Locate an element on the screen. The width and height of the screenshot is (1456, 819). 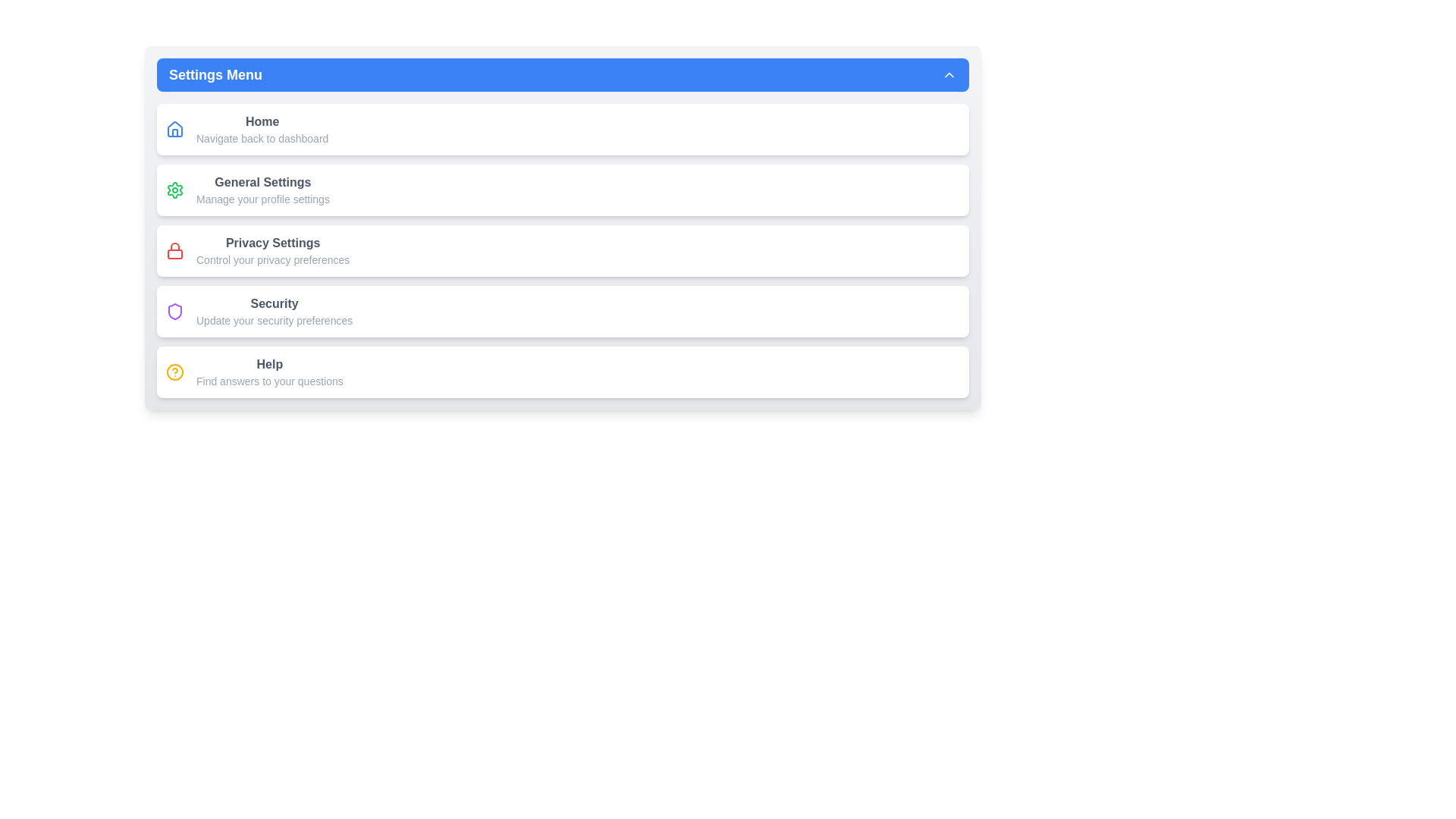
the yellow circular icon with a question mark in the Help section of the settings menu, located to the left of the 'Help' text is located at coordinates (174, 372).